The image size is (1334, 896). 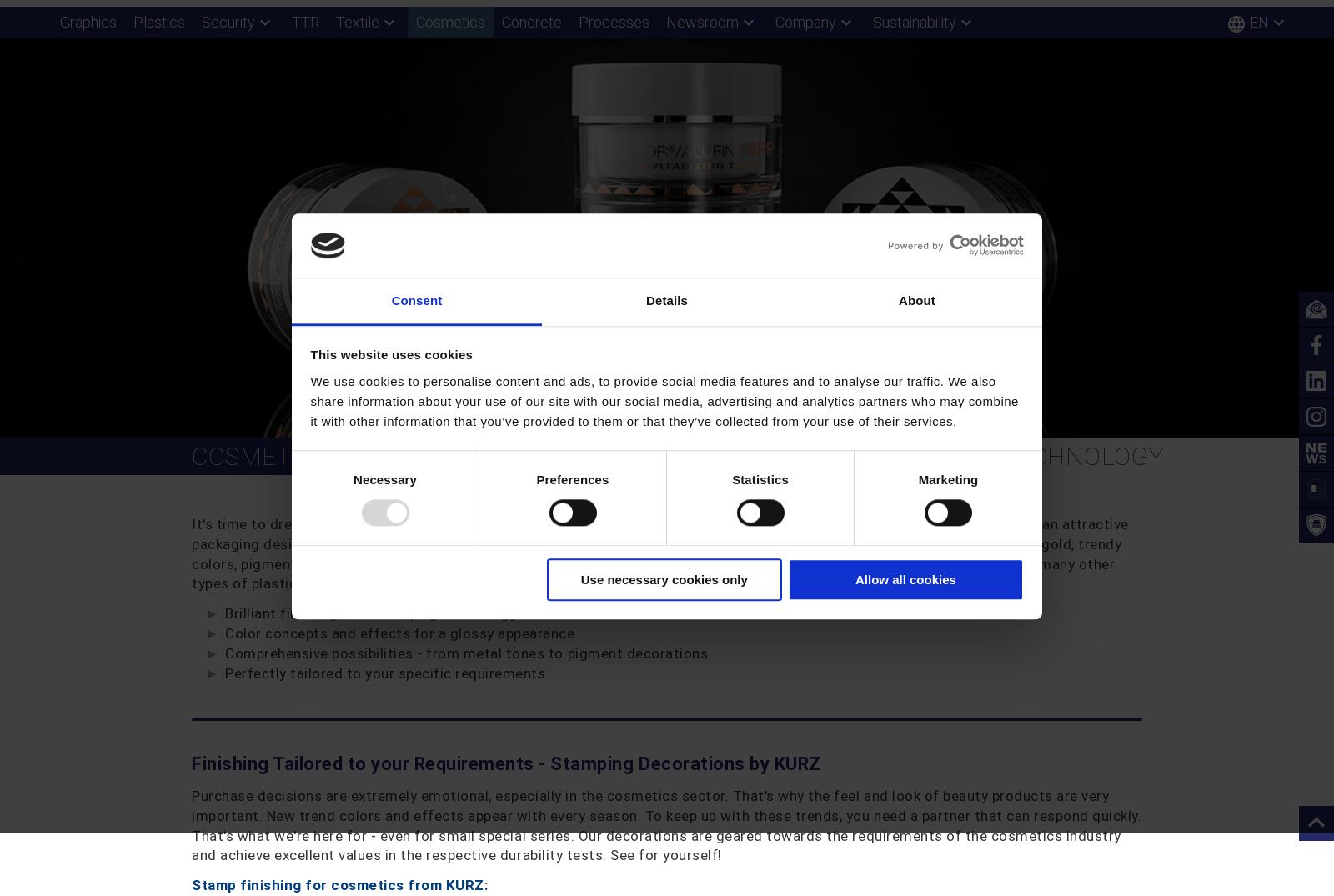 What do you see at coordinates (1133, 452) in the screenshot?
I see `'Excellence Award for KURZ'` at bounding box center [1133, 452].